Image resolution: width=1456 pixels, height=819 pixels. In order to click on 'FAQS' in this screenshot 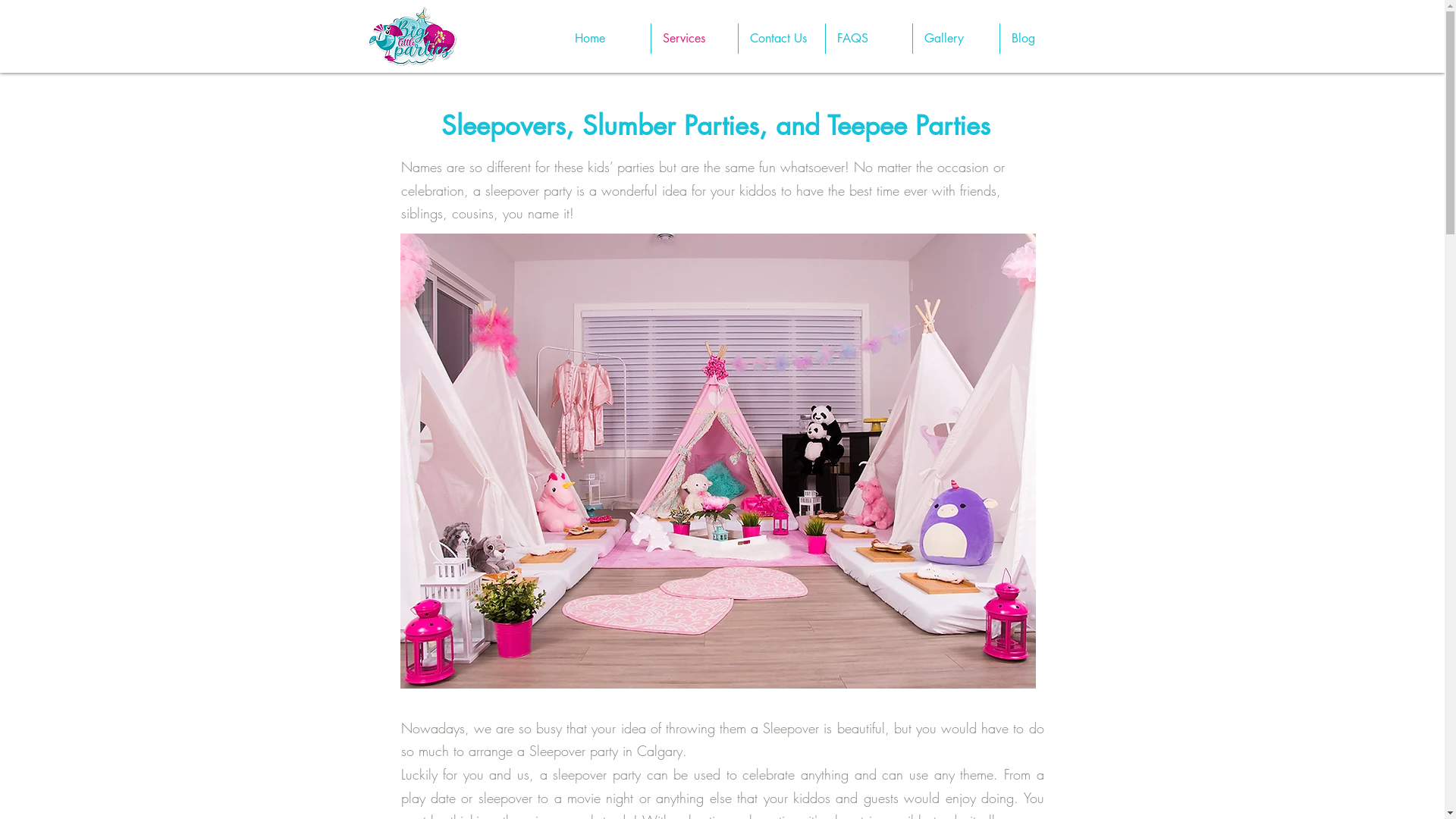, I will do `click(868, 37)`.